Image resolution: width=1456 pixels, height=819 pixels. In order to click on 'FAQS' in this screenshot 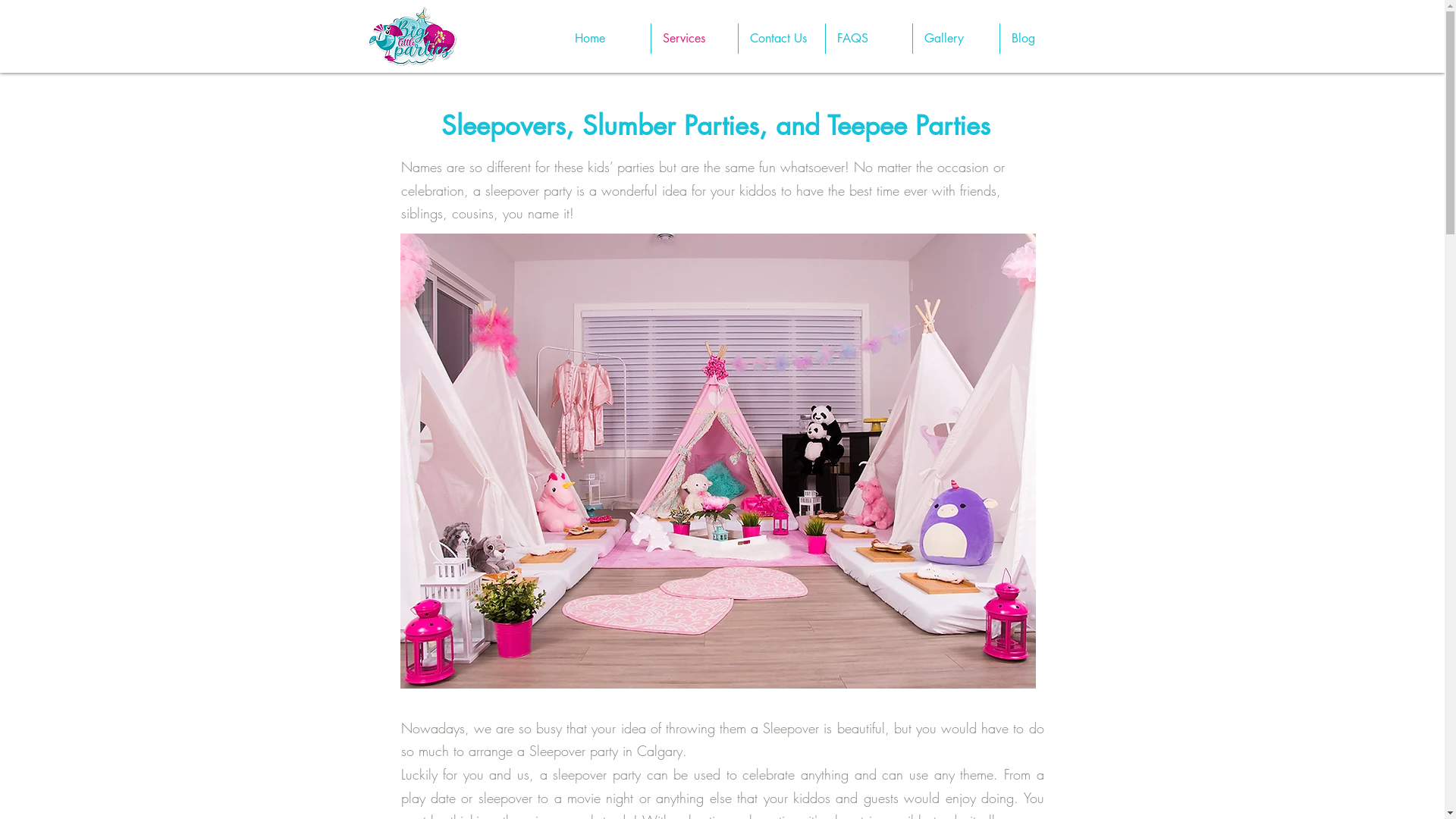, I will do `click(868, 37)`.